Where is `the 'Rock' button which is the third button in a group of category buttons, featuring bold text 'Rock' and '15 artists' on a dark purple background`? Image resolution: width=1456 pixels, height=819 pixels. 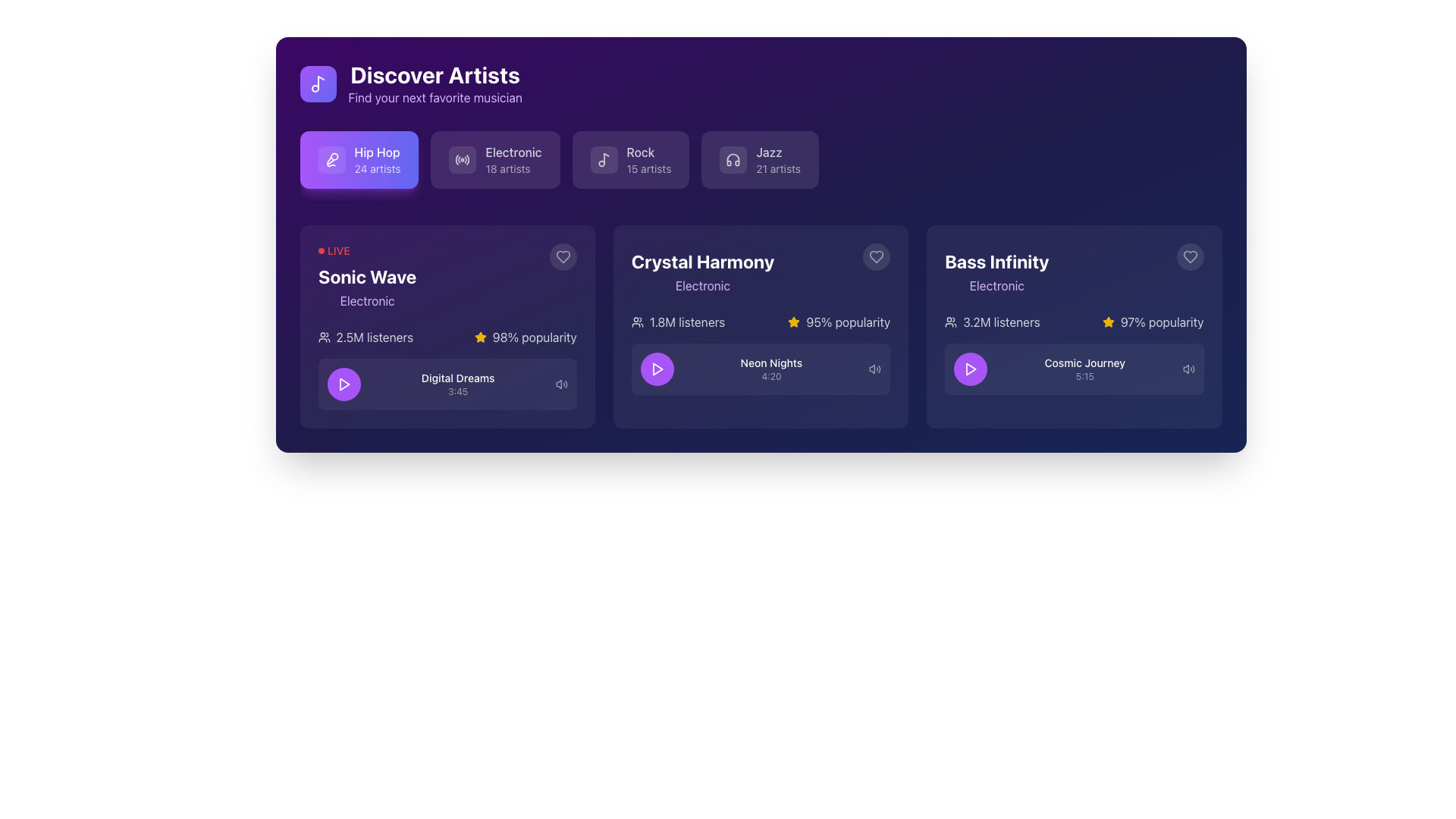 the 'Rock' button which is the third button in a group of category buttons, featuring bold text 'Rock' and '15 artists' on a dark purple background is located at coordinates (648, 160).